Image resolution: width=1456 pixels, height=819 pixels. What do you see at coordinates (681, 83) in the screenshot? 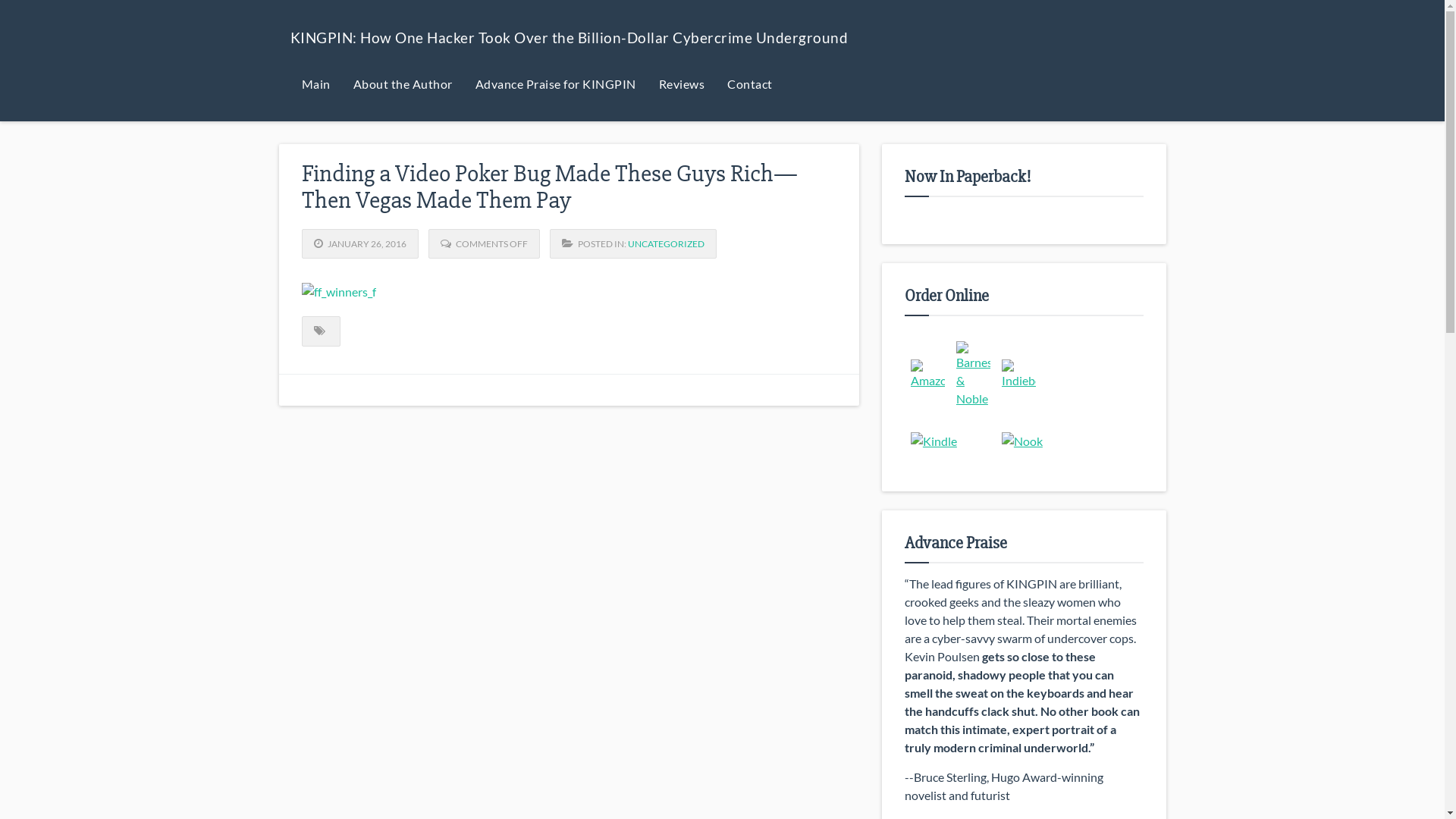
I see `'Reviews'` at bounding box center [681, 83].